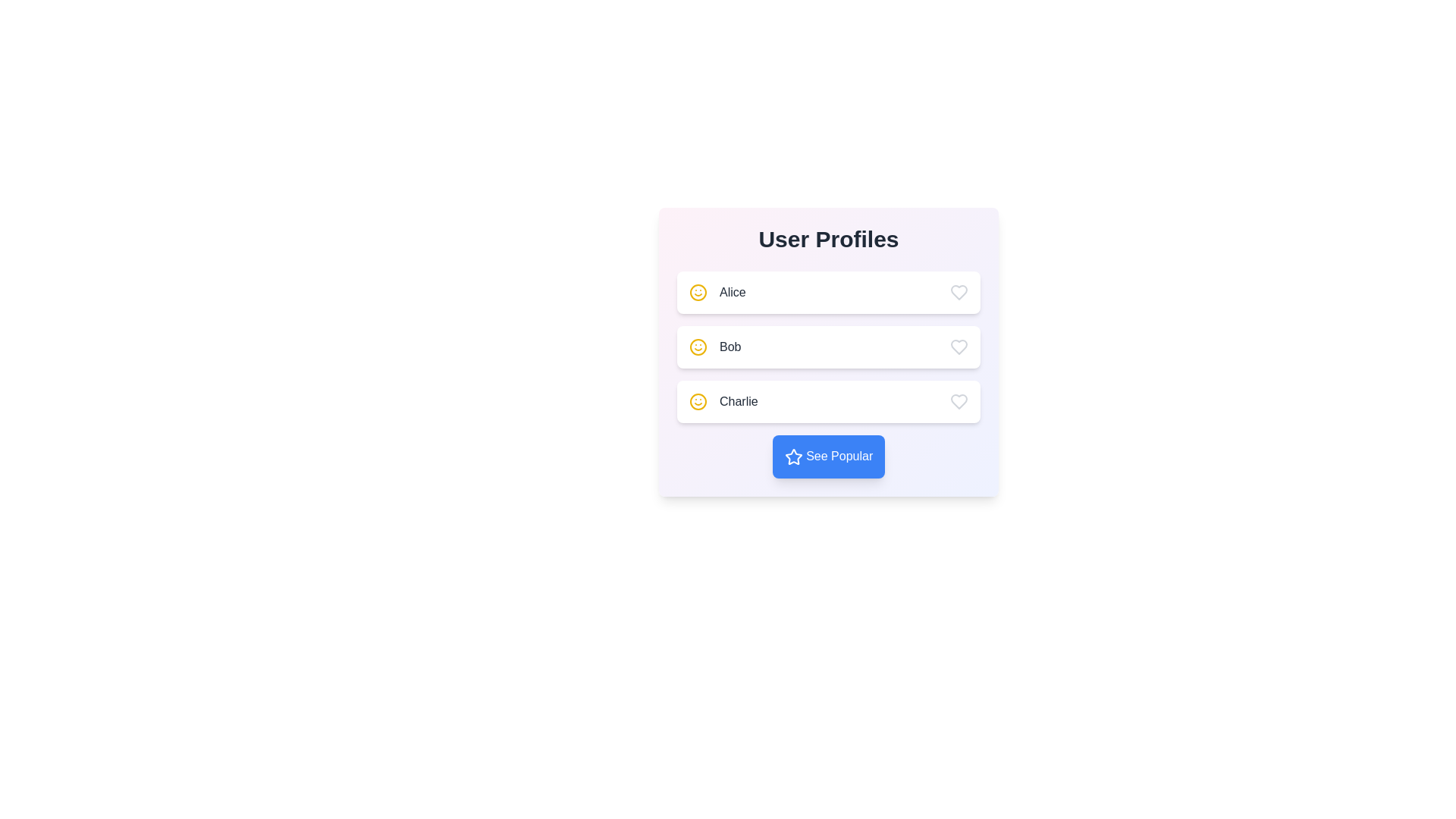 This screenshot has height=819, width=1456. Describe the element at coordinates (714, 347) in the screenshot. I see `the 'Bob' label located in the 'User Profiles' section, positioned between 'Alice' and 'Charlie', with a yellow smiley face icon to its left` at that location.